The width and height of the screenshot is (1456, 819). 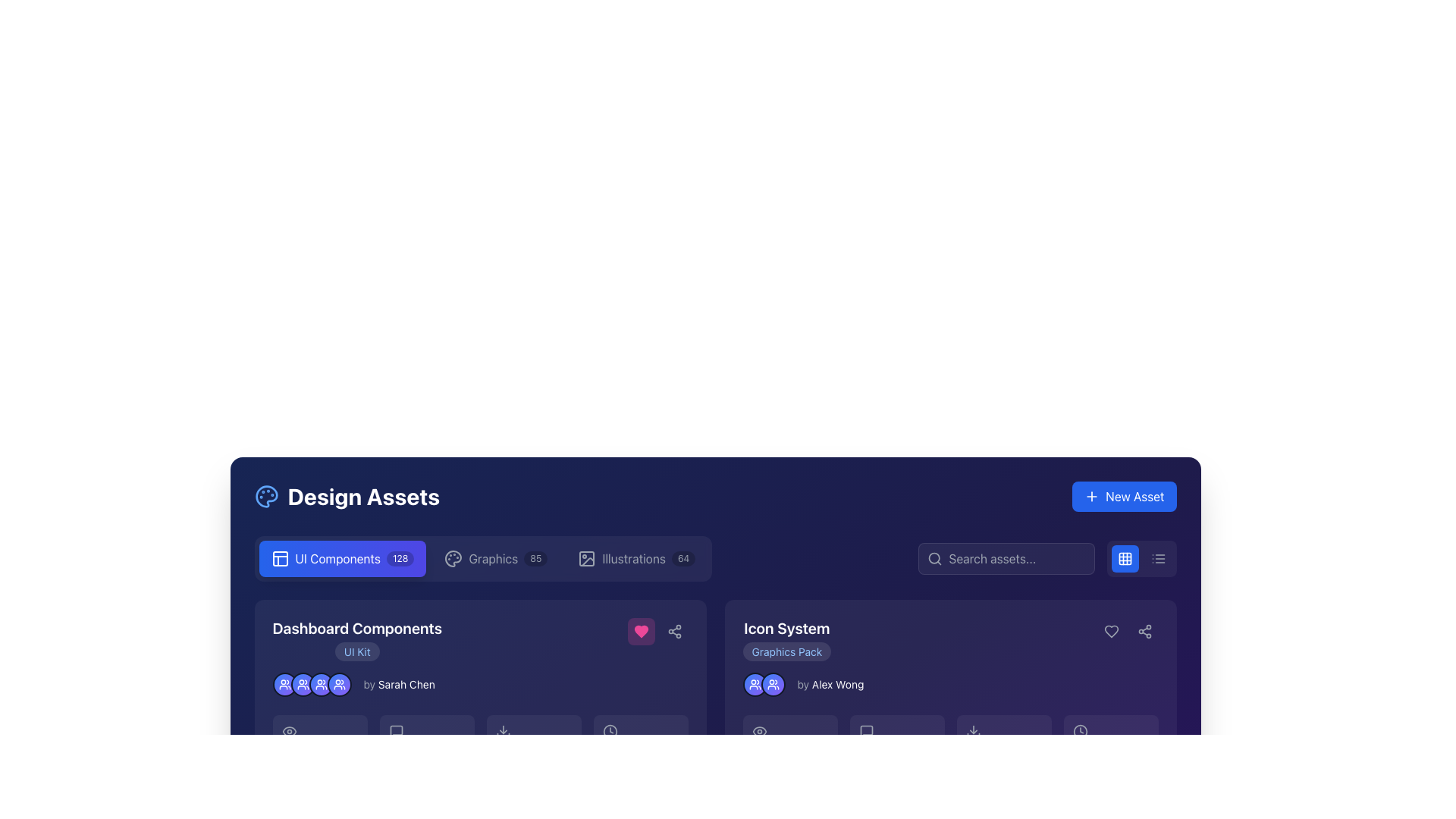 What do you see at coordinates (773, 684) in the screenshot?
I see `the icon indicator in the 'Icon System' card` at bounding box center [773, 684].